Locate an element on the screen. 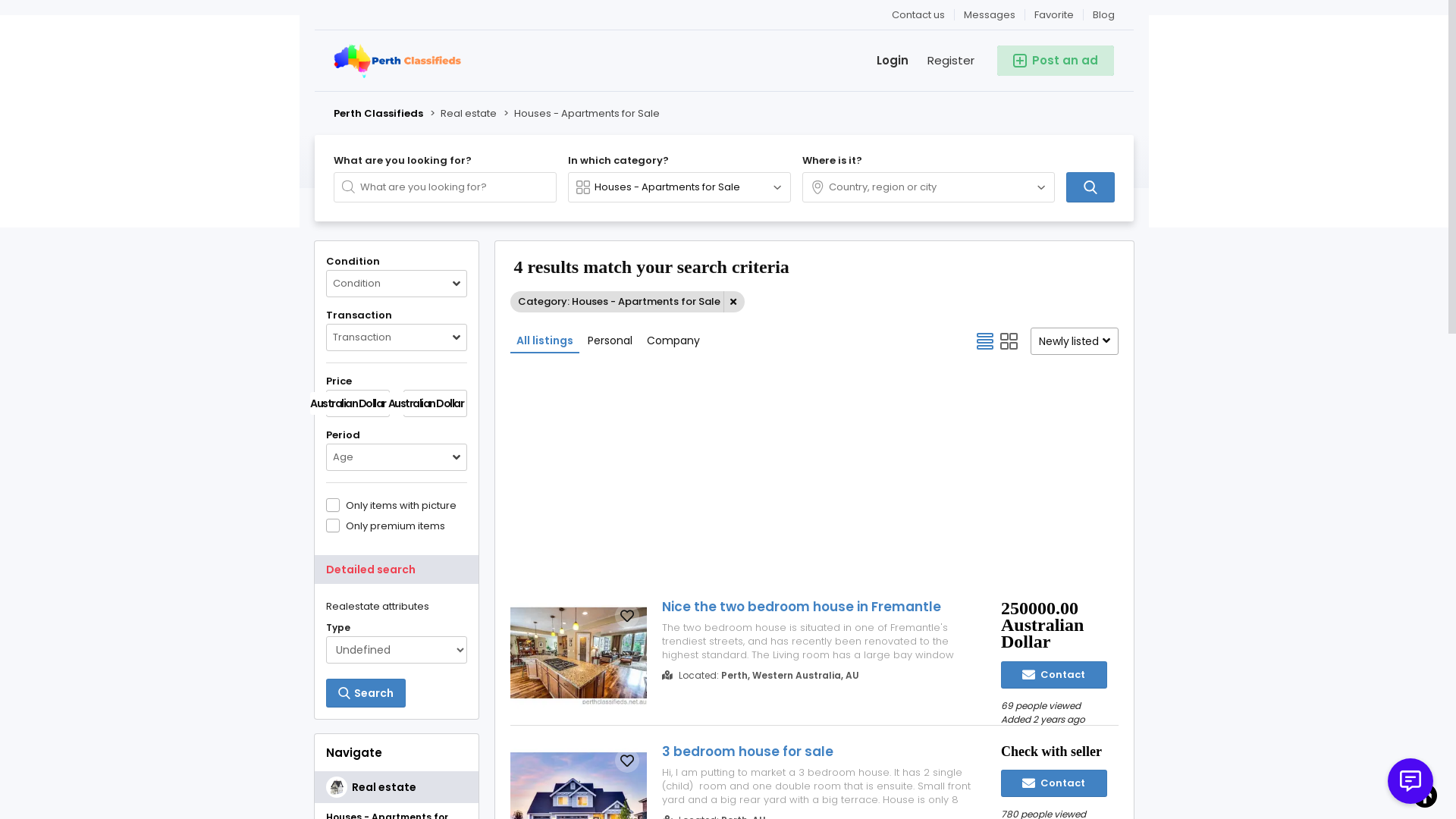 This screenshot has width=1456, height=819. 'Contact us' is located at coordinates (918, 14).